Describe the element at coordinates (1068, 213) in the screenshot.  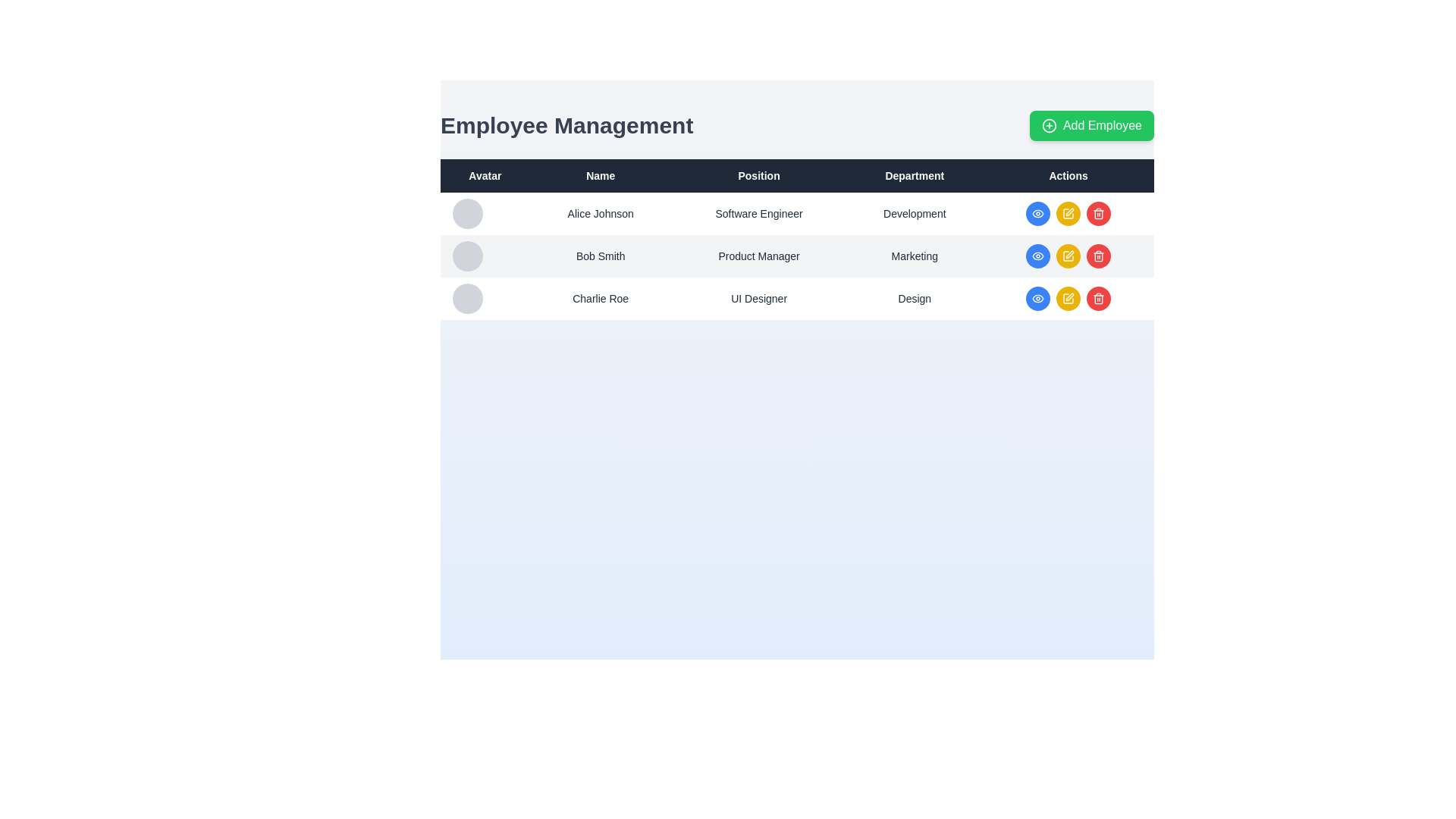
I see `the edit button represented by a pencil icon located in the 'Actions' column, specifically the second button next to the 'Software Engineer' row` at that location.